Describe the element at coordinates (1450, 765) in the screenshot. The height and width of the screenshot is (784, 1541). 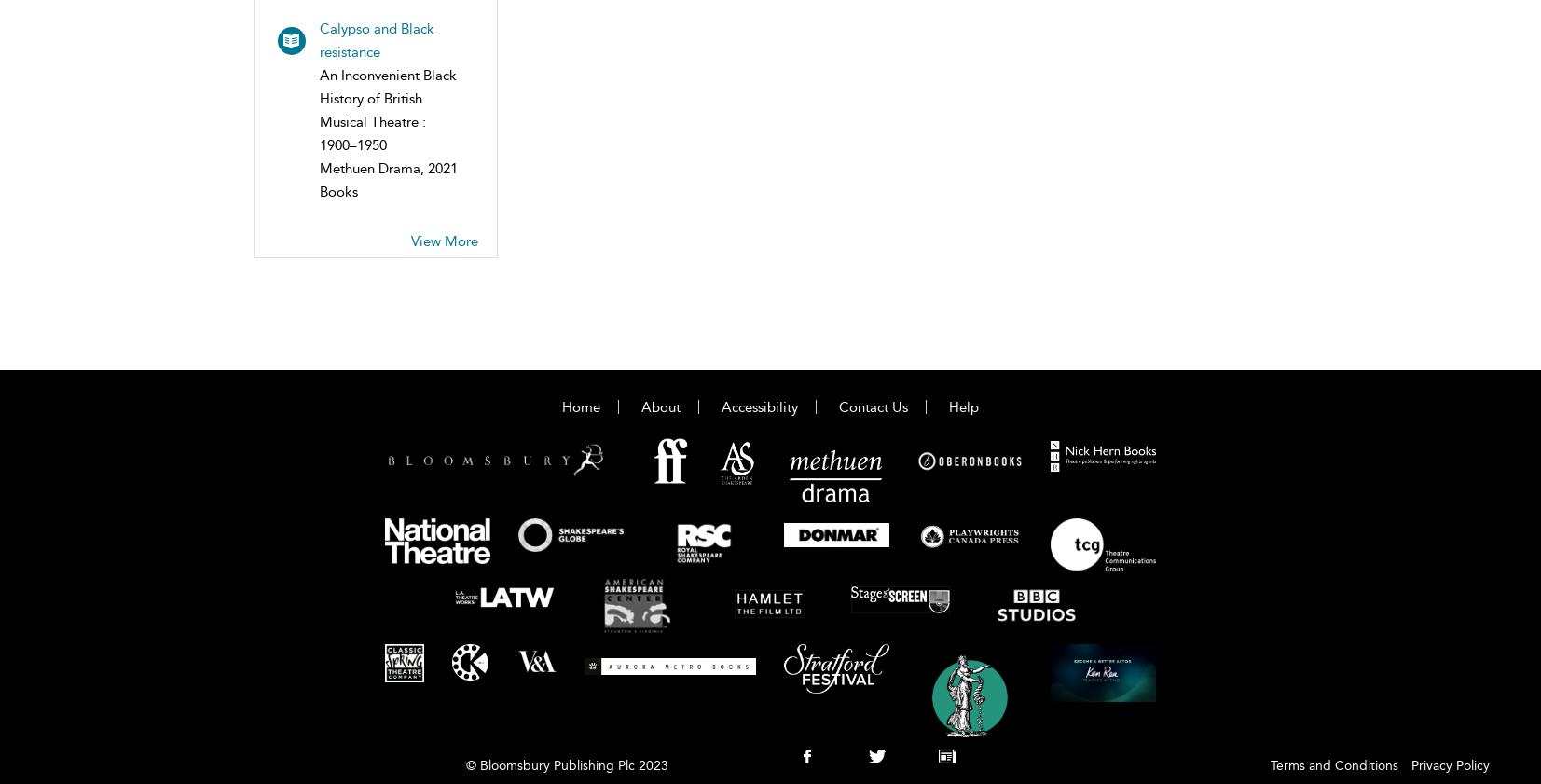
I see `'Privacy Policy'` at that location.